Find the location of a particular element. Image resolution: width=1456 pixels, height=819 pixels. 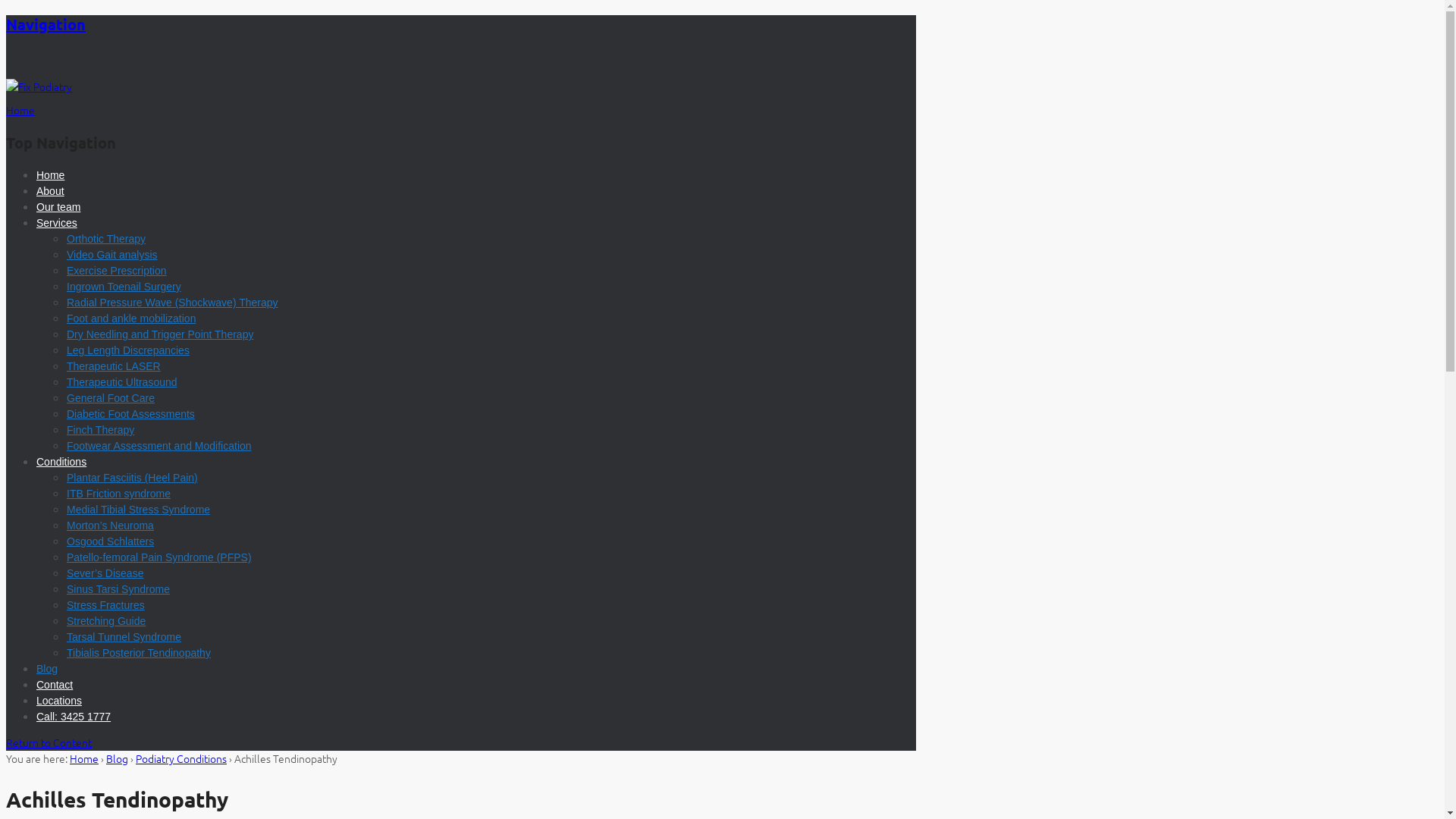

'Therapeutic Ultrasound' is located at coordinates (122, 381).